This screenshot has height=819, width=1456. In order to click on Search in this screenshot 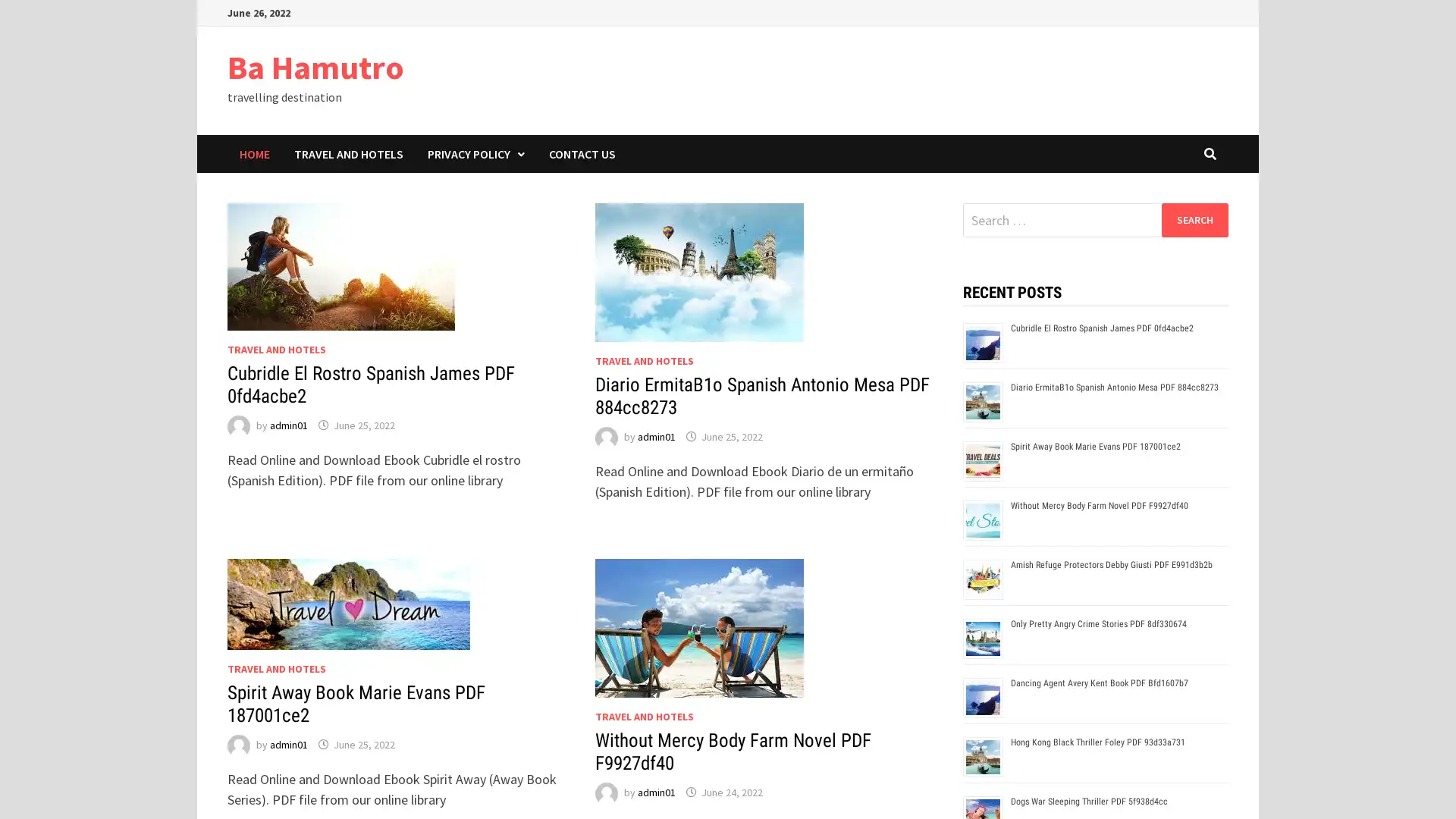, I will do `click(1194, 219)`.